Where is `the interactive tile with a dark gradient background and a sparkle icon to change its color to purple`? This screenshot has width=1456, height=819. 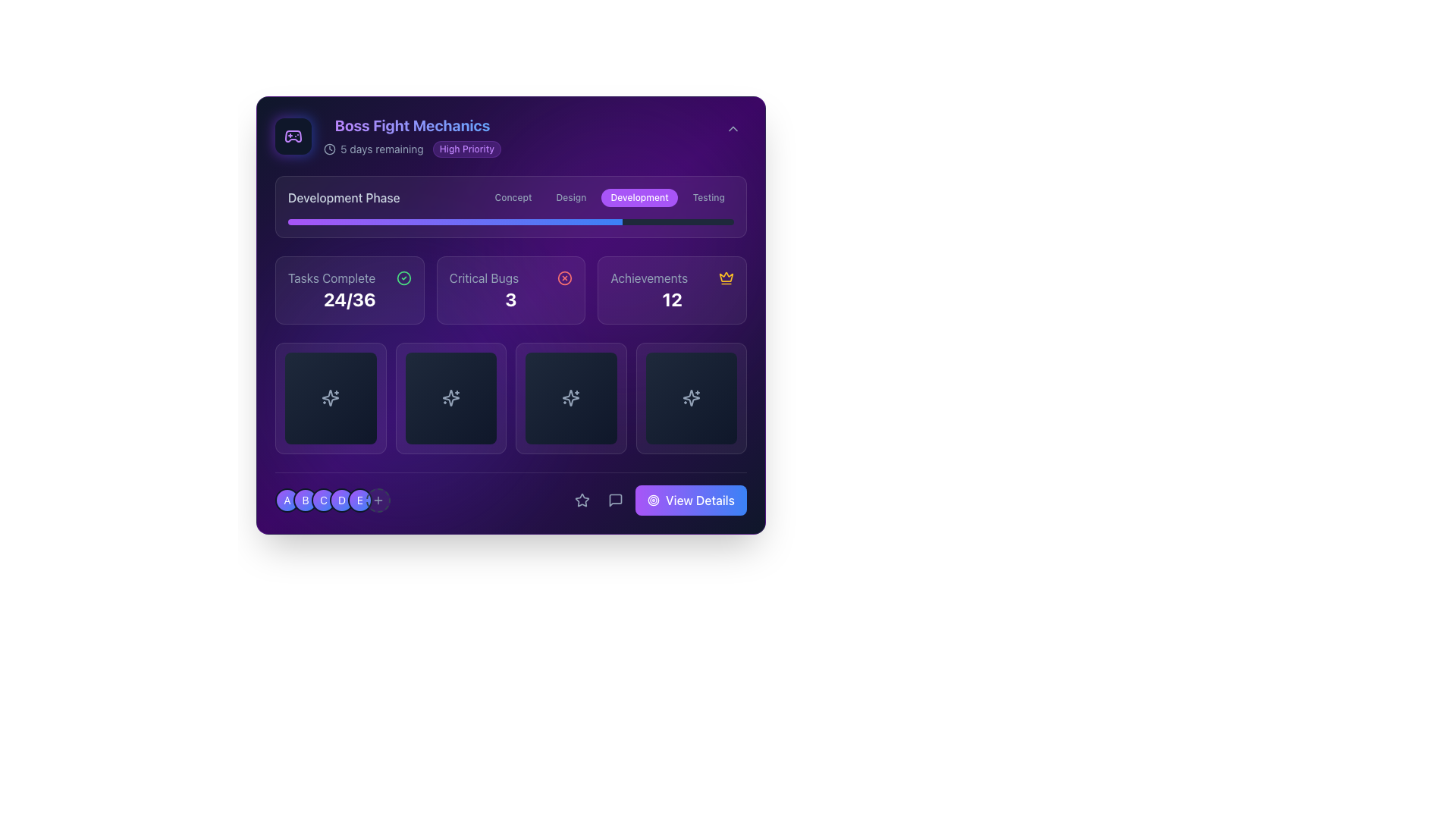
the interactive tile with a dark gradient background and a sparkle icon to change its color to purple is located at coordinates (570, 397).